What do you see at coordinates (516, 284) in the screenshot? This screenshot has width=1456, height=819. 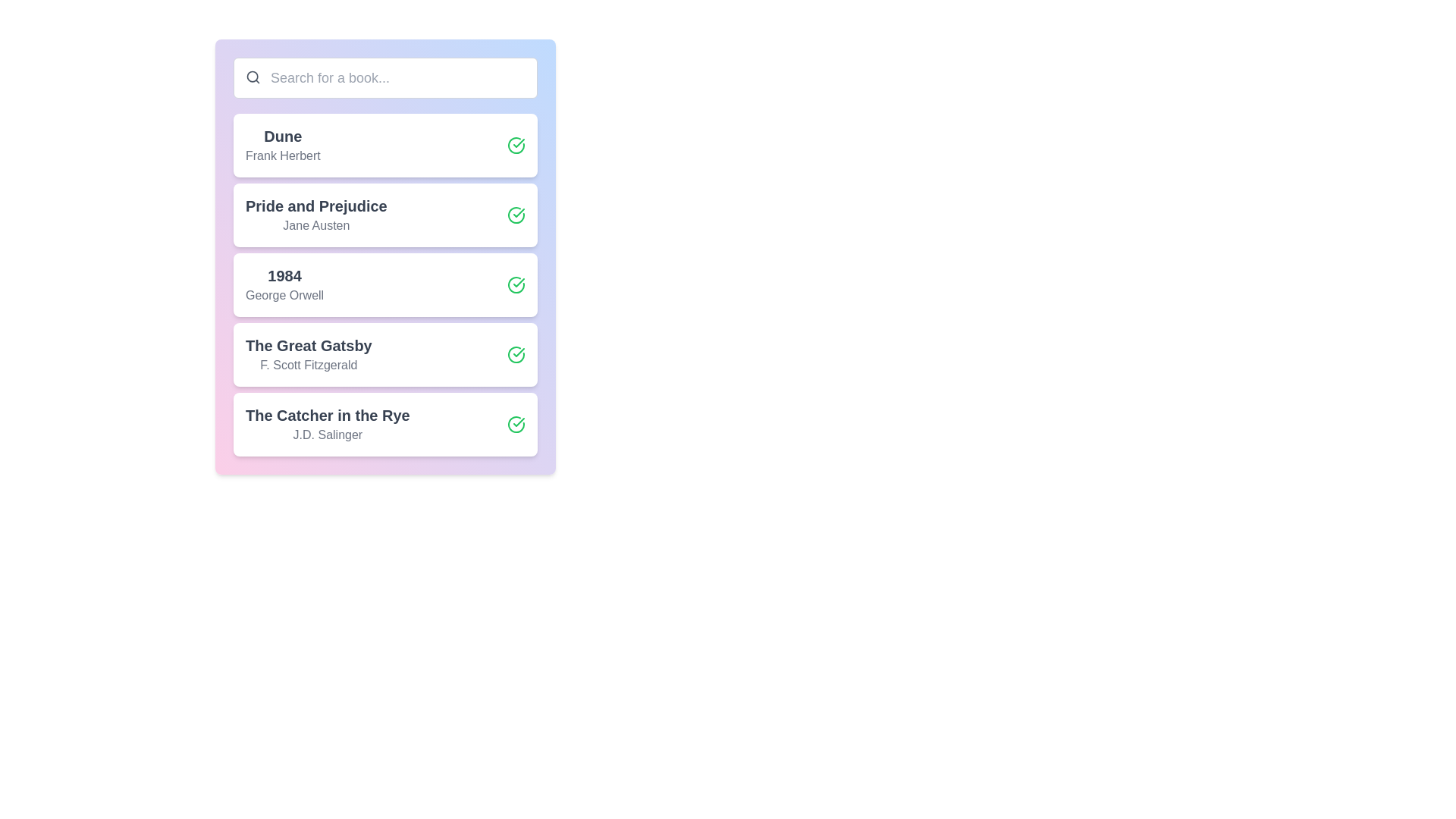 I see `the state of the circular green icon with a checkmark located to the right of the text '1984' and 'George Orwell' in the list item` at bounding box center [516, 284].